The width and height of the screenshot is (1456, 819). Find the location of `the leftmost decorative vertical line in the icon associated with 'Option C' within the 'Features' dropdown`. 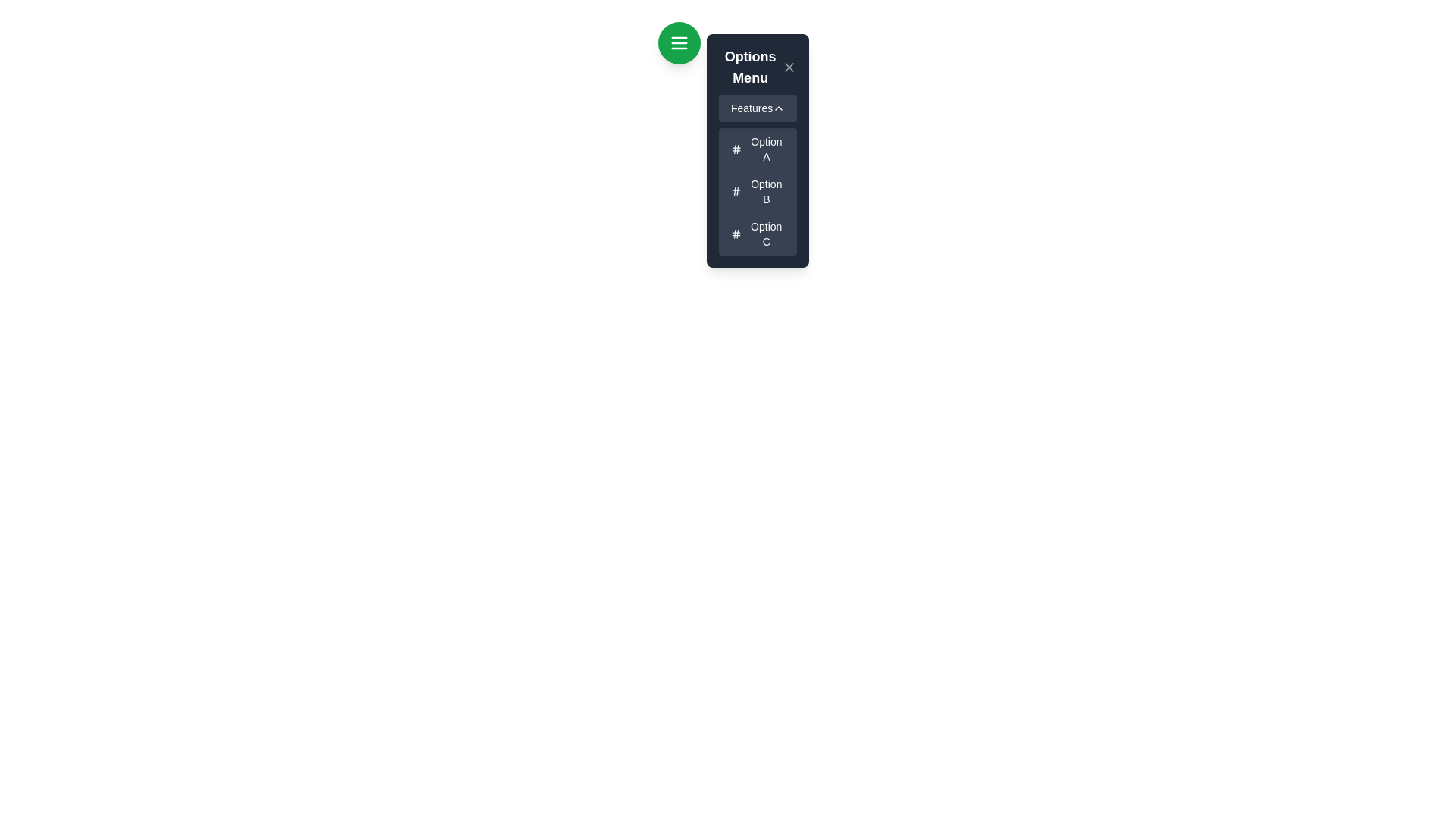

the leftmost decorative vertical line in the icon associated with 'Option C' within the 'Features' dropdown is located at coordinates (735, 234).